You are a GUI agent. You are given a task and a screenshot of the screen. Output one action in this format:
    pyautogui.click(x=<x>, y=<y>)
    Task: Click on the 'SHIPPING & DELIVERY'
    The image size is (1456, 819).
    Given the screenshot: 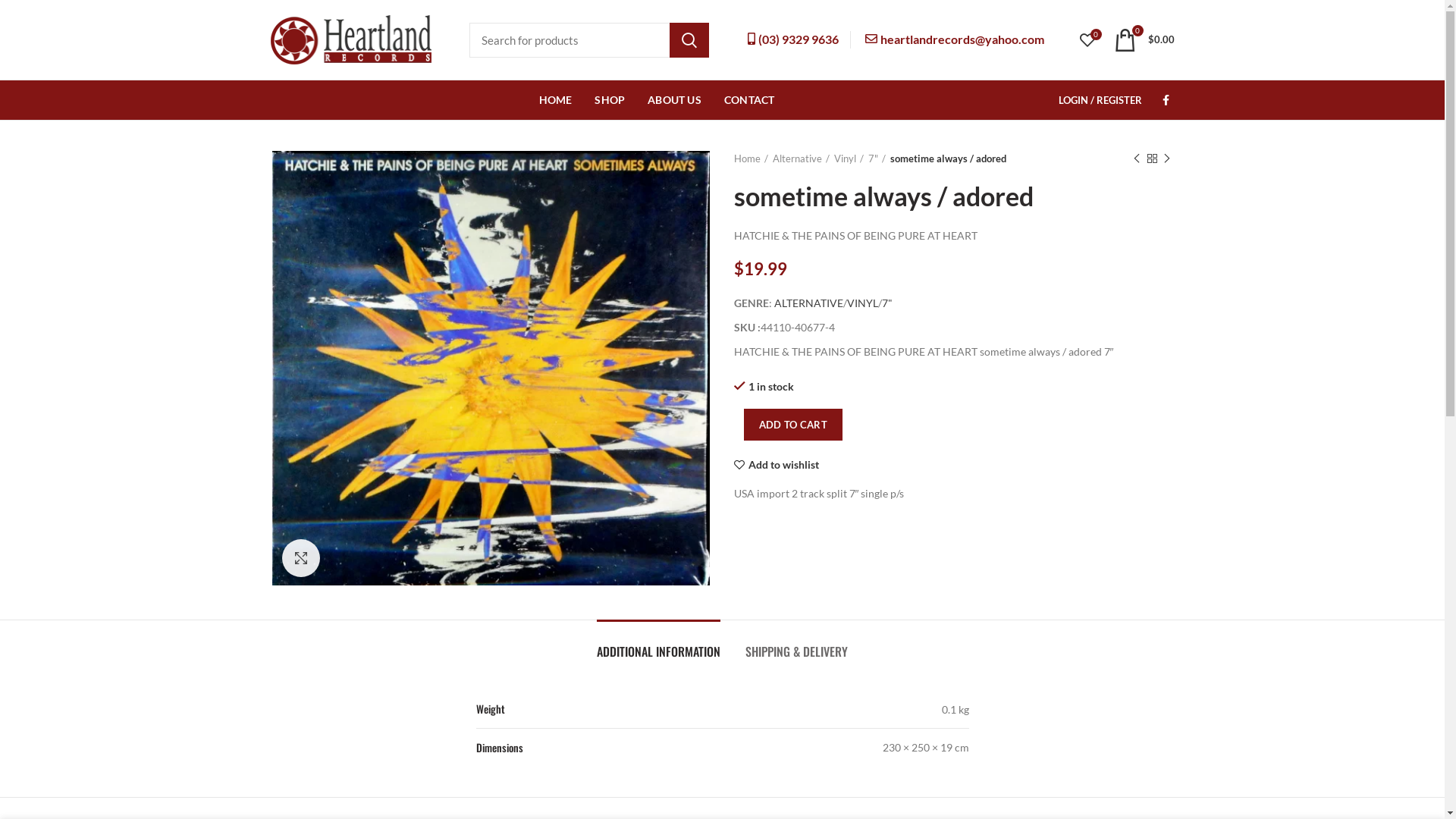 What is the action you would take?
    pyautogui.click(x=795, y=643)
    